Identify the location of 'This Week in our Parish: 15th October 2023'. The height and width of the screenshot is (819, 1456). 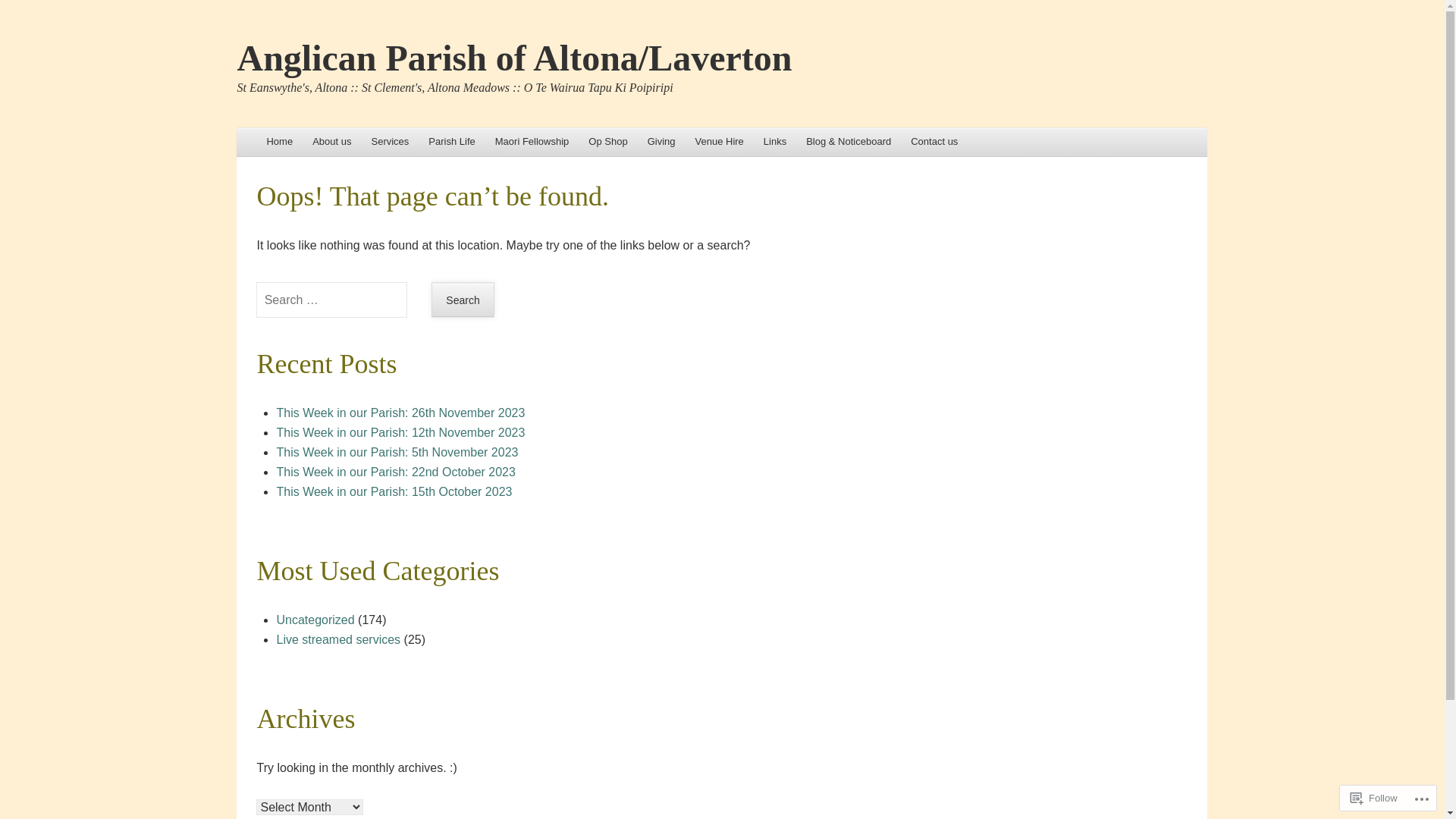
(394, 491).